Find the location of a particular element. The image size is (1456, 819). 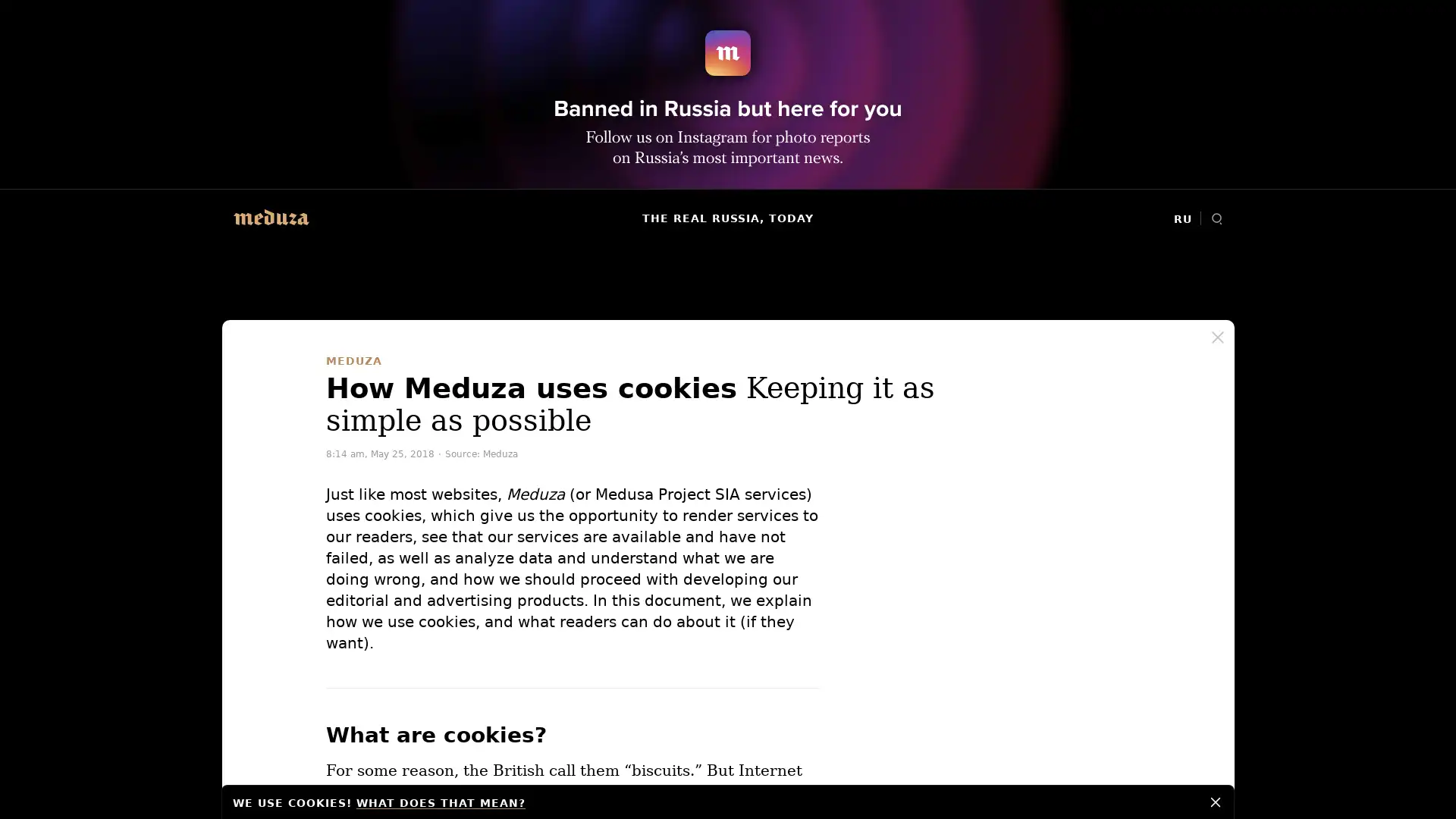

Search is located at coordinates (1216, 218).